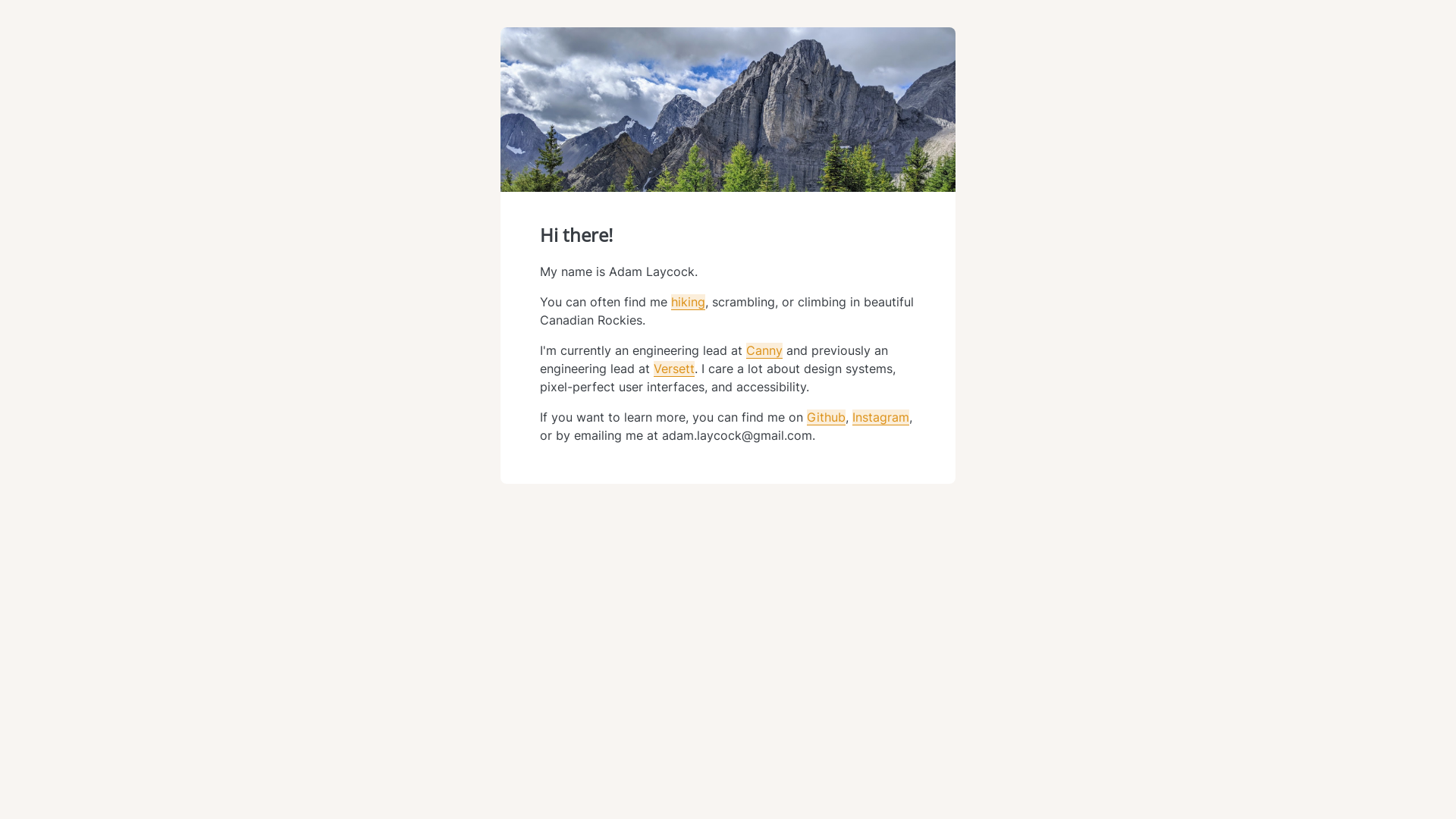 The width and height of the screenshot is (1456, 819). I want to click on 'Canny', so click(764, 350).